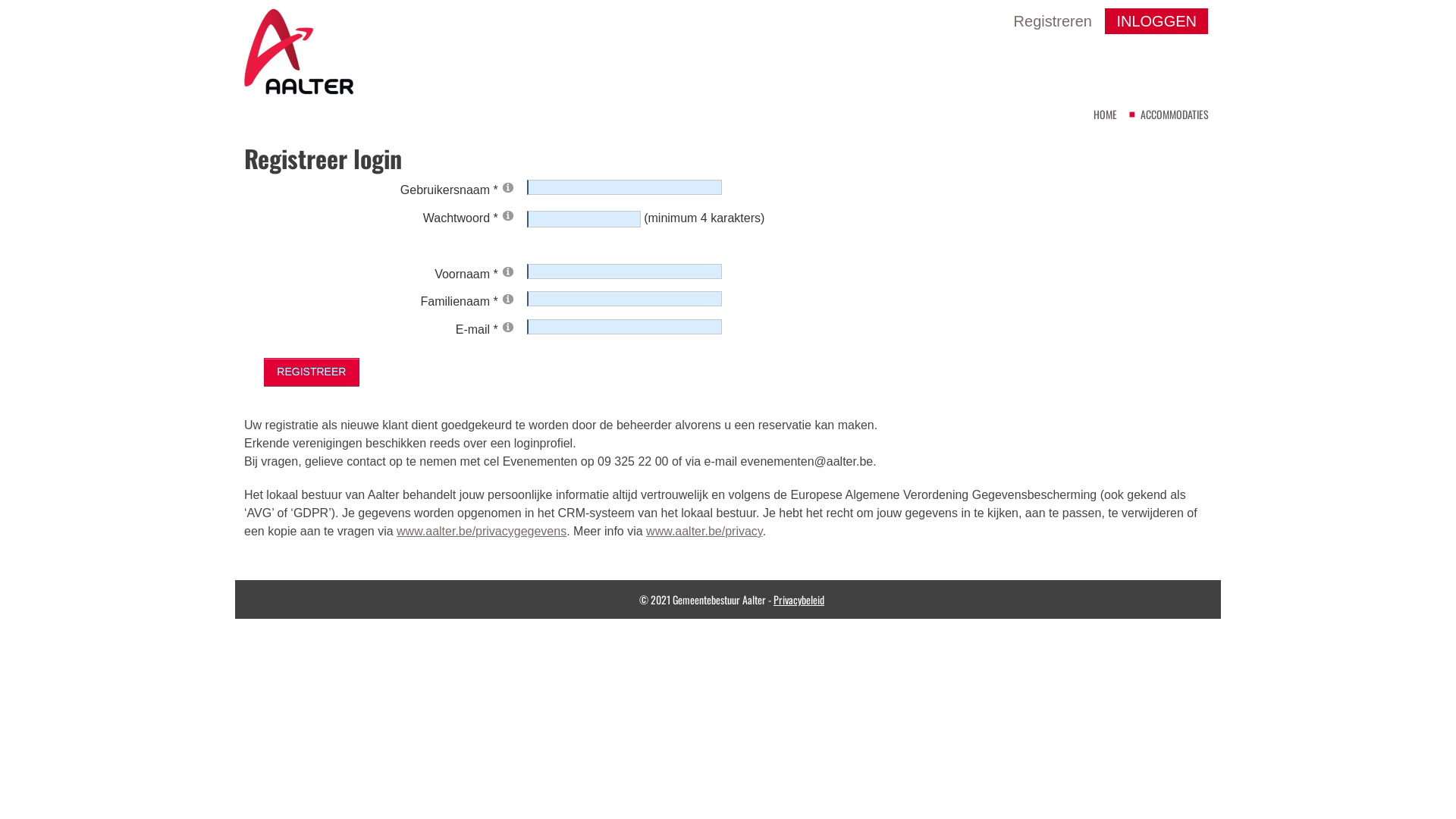  Describe the element at coordinates (1014, 20) in the screenshot. I see `'Registreren'` at that location.